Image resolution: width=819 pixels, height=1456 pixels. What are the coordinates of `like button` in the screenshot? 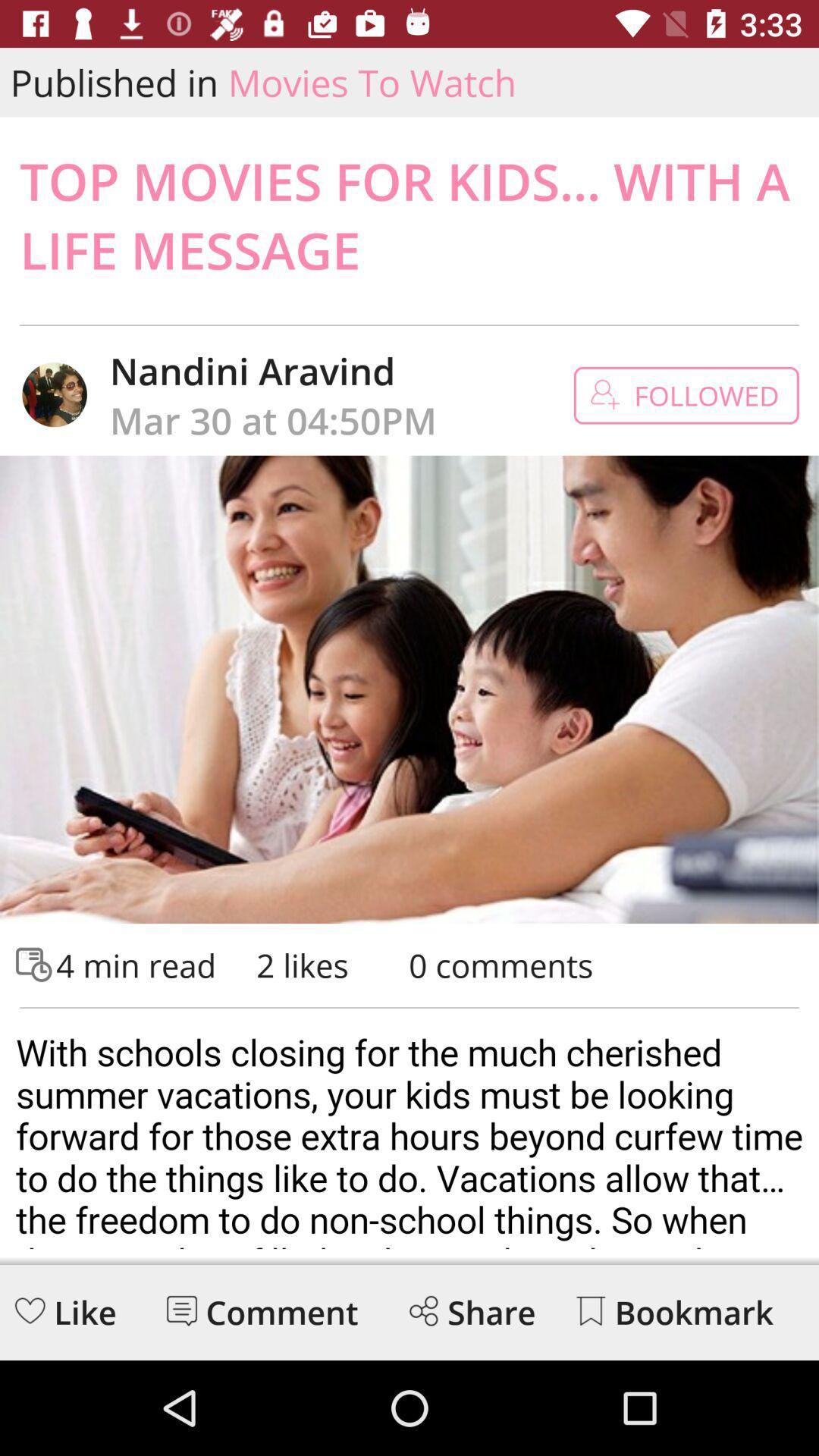 It's located at (30, 1310).